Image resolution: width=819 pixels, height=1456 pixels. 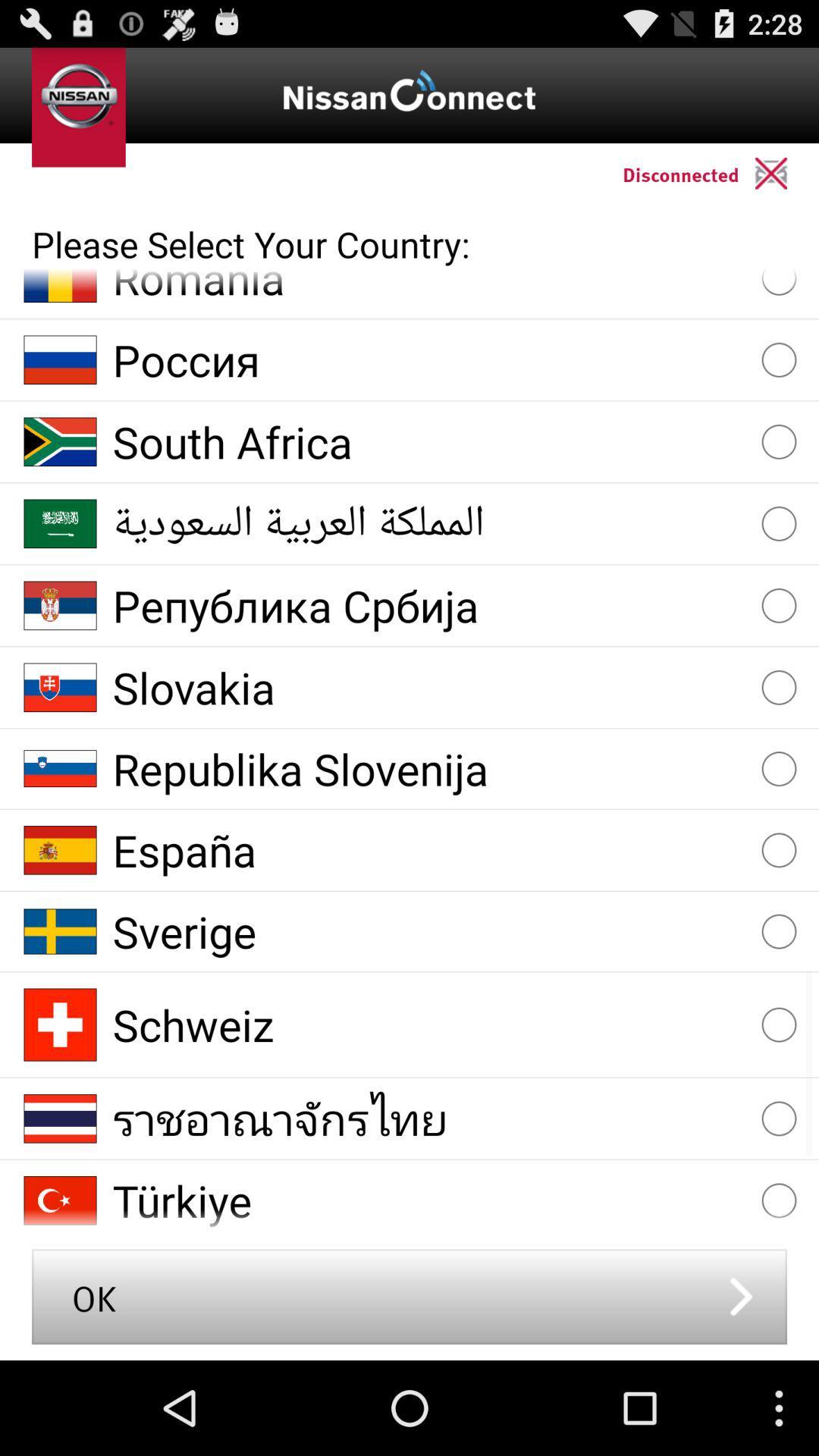 What do you see at coordinates (430, 930) in the screenshot?
I see `the sverige app` at bounding box center [430, 930].